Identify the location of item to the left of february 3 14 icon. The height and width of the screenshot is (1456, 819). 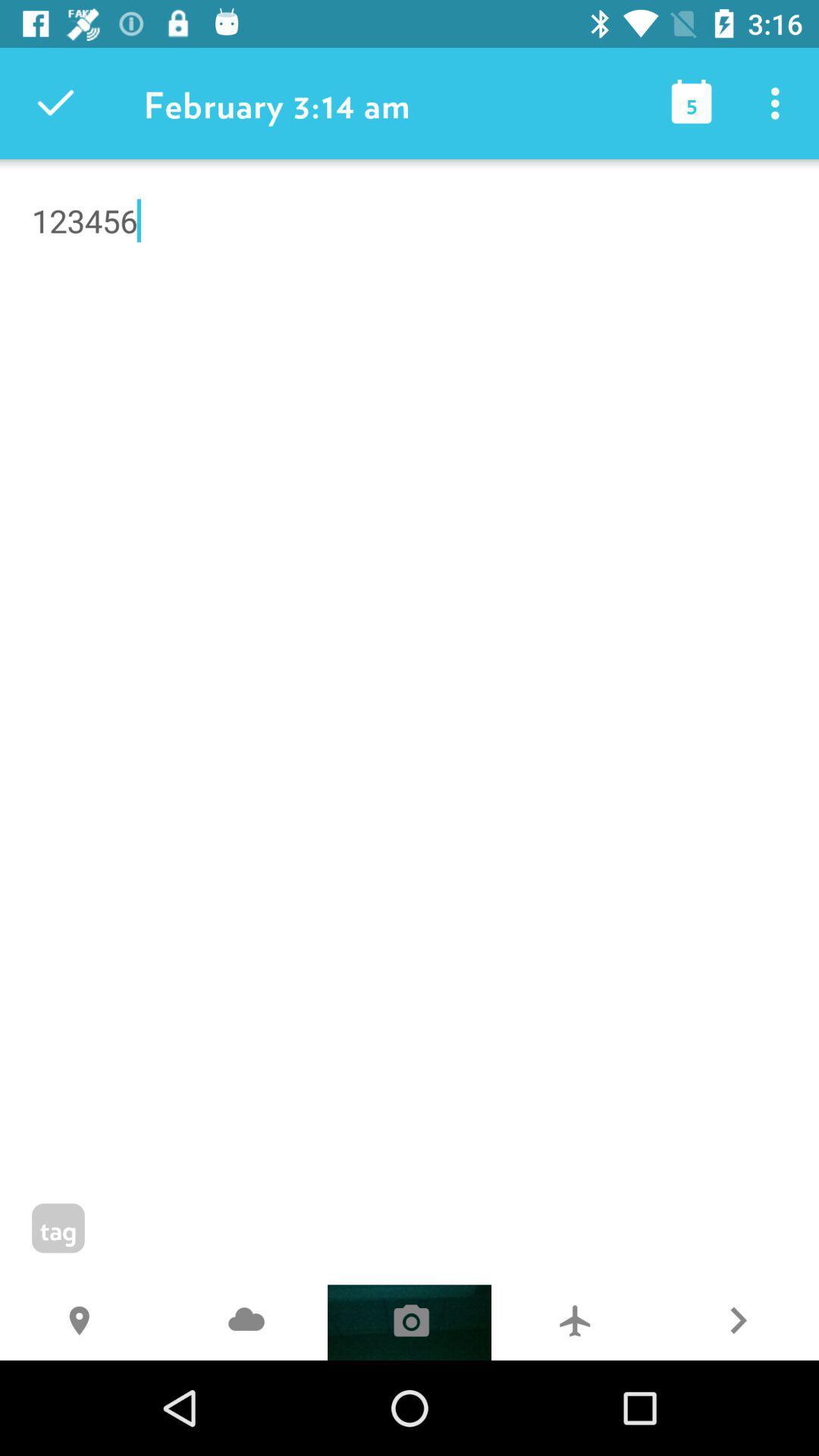
(55, 102).